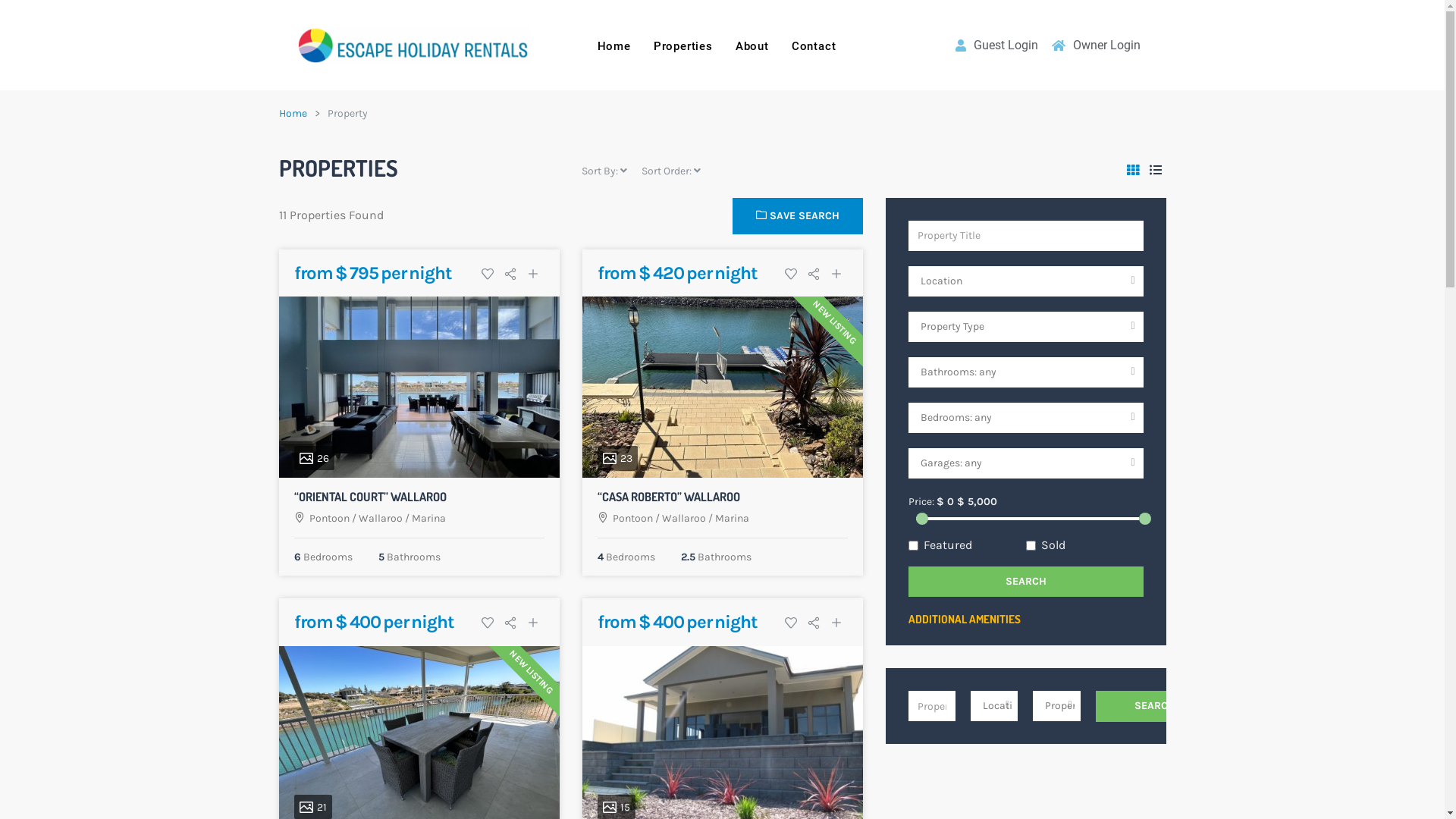 The width and height of the screenshot is (1456, 819). I want to click on 'SEARCH', so click(1026, 581).